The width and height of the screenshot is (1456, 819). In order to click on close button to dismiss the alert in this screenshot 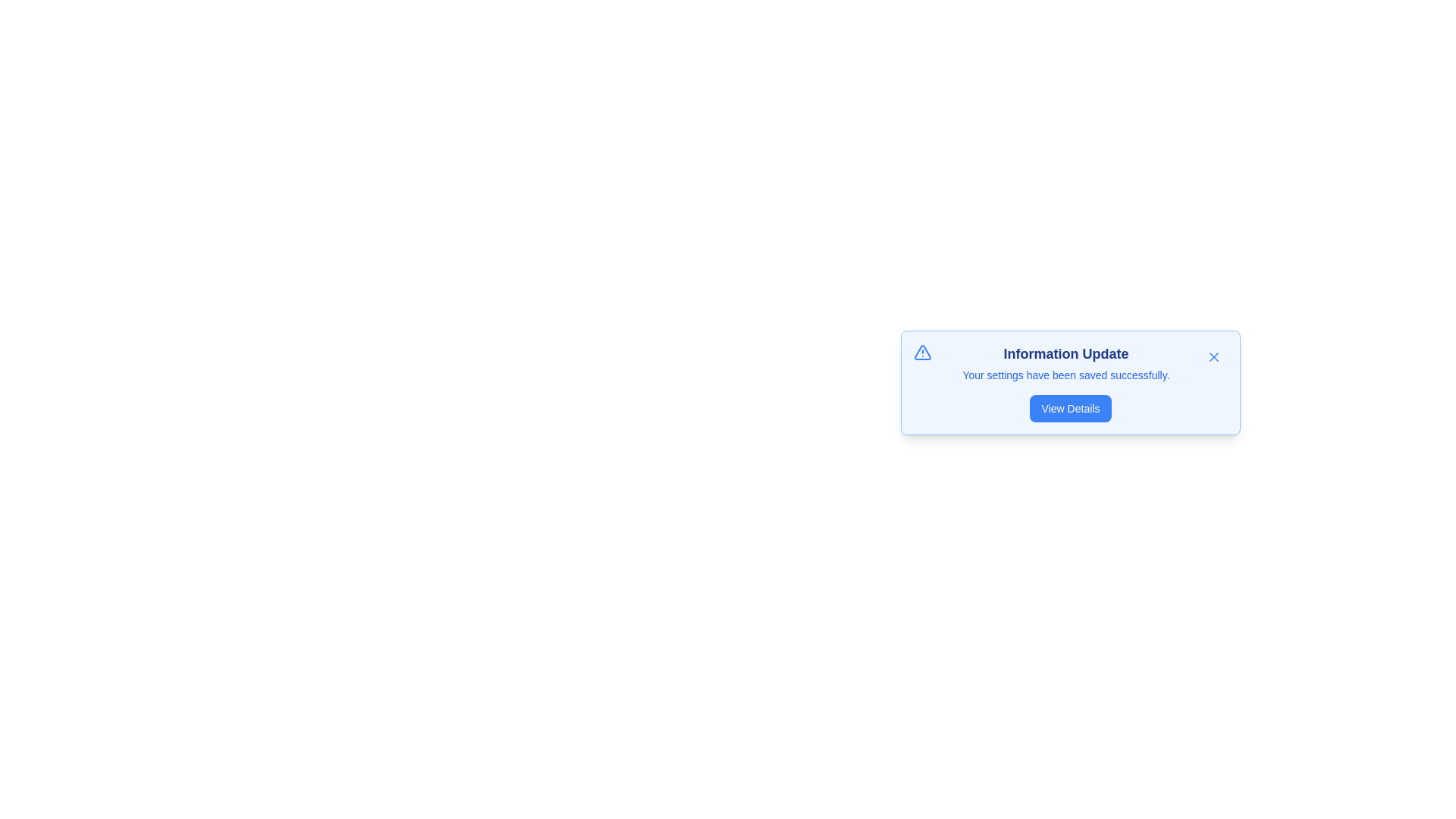, I will do `click(1214, 356)`.